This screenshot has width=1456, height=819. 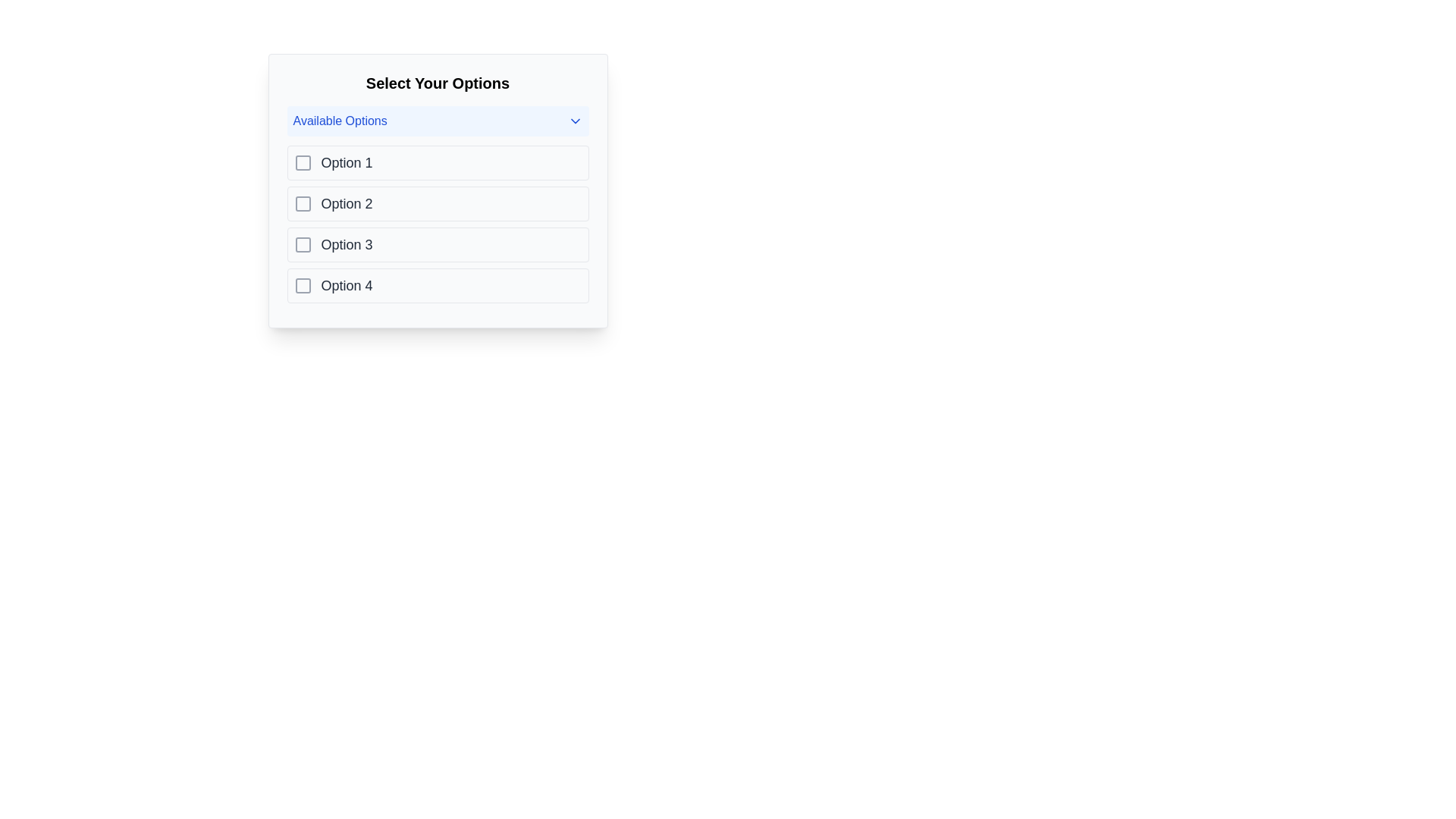 What do you see at coordinates (437, 203) in the screenshot?
I see `the second checkbox option in the list` at bounding box center [437, 203].